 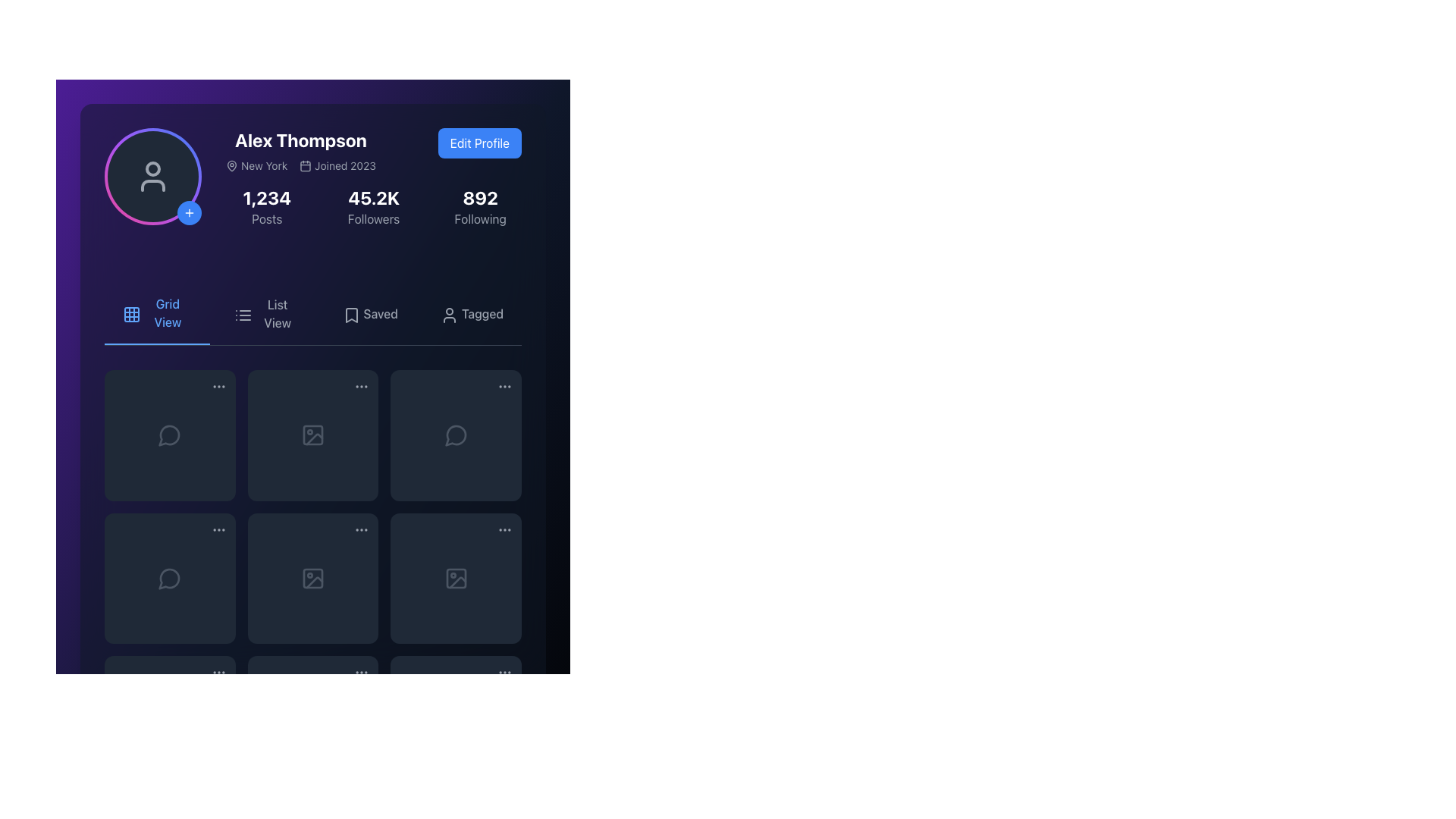 I want to click on the button represented by three horizontally aligned gray dots located, so click(x=218, y=529).